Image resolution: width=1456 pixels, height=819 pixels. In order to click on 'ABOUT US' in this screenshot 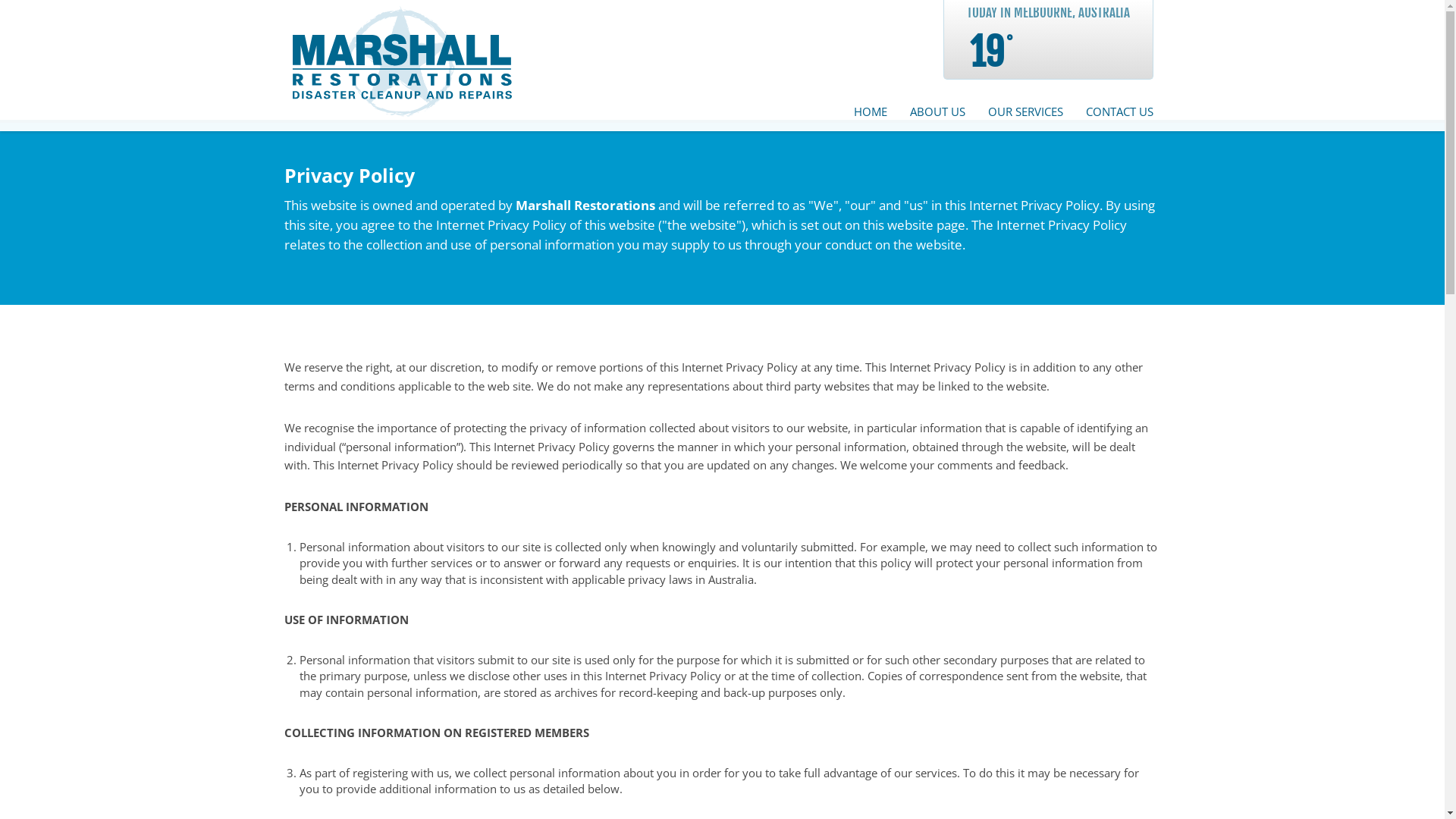, I will do `click(936, 111)`.